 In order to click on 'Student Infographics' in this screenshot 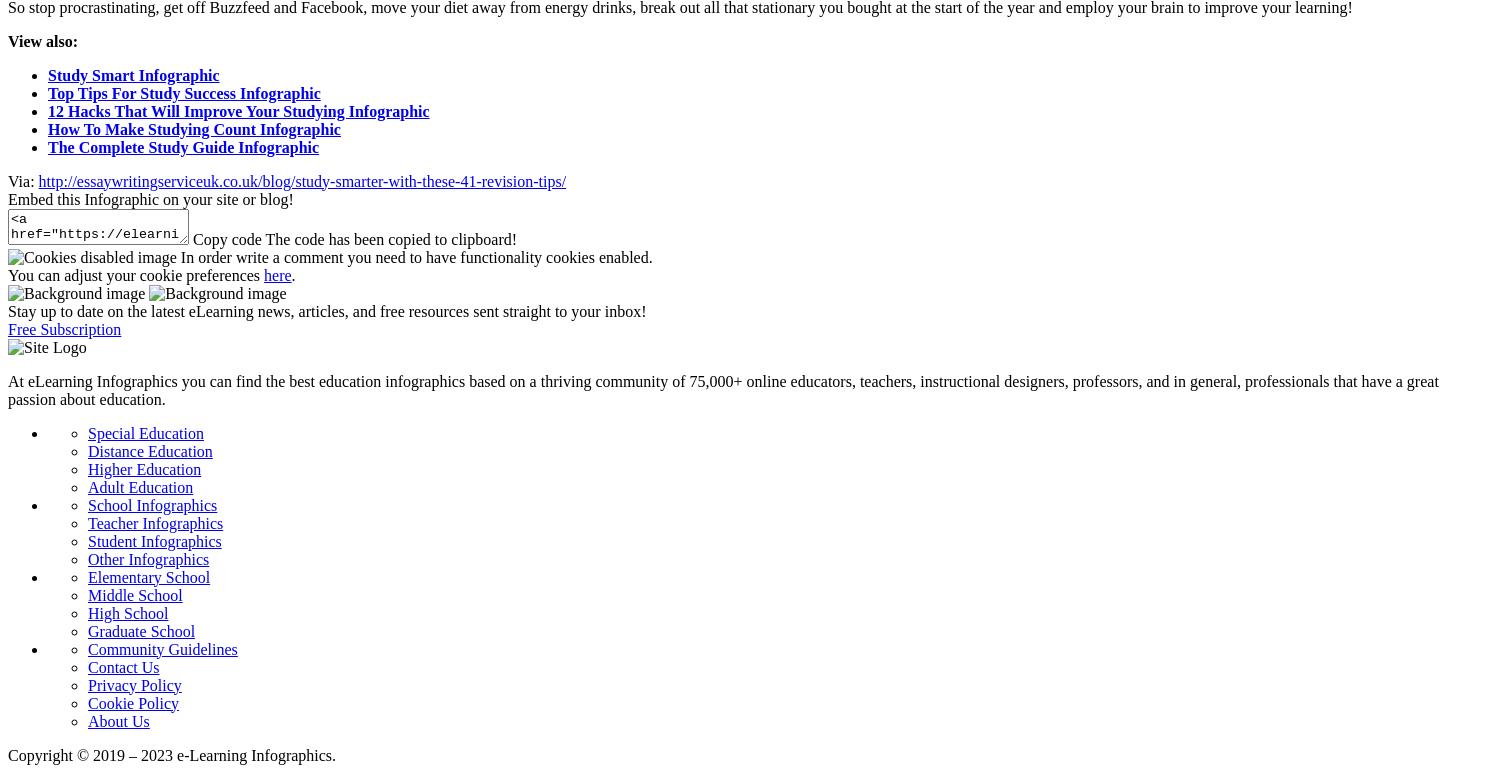, I will do `click(87, 540)`.